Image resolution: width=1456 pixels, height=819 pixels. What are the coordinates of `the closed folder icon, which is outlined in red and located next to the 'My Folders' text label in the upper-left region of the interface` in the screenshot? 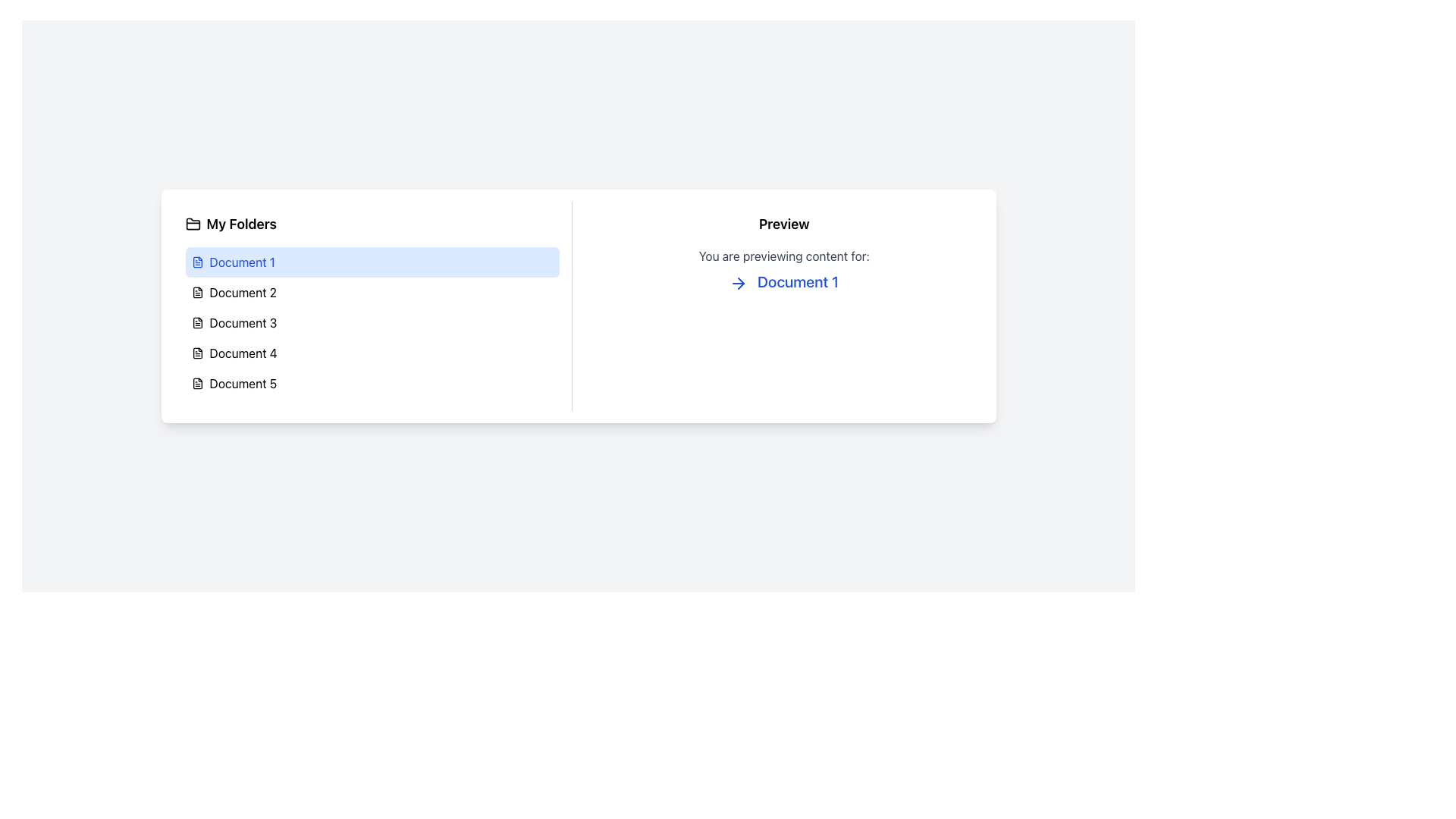 It's located at (192, 224).